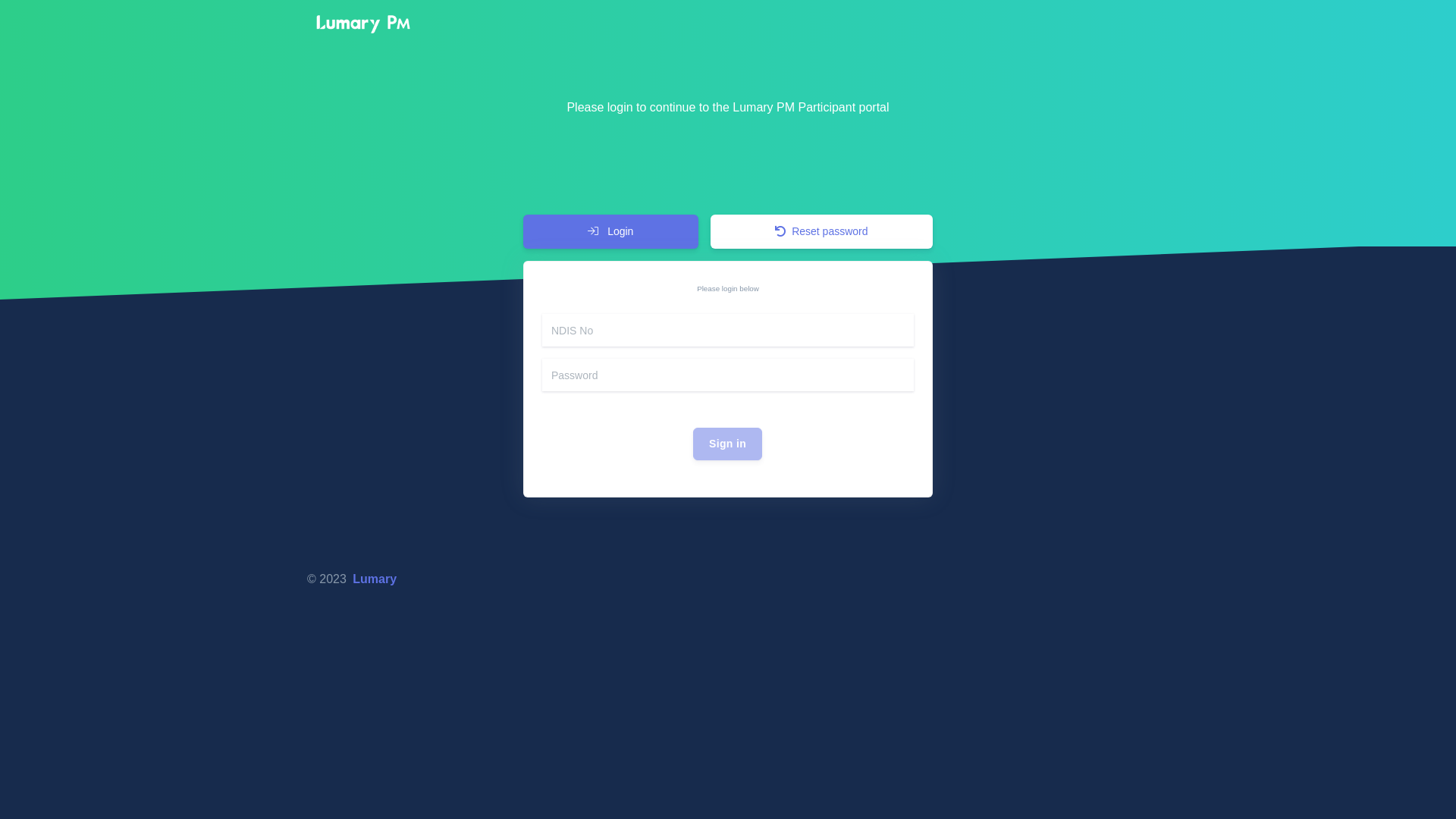  What do you see at coordinates (375, 579) in the screenshot?
I see `'Lumary'` at bounding box center [375, 579].